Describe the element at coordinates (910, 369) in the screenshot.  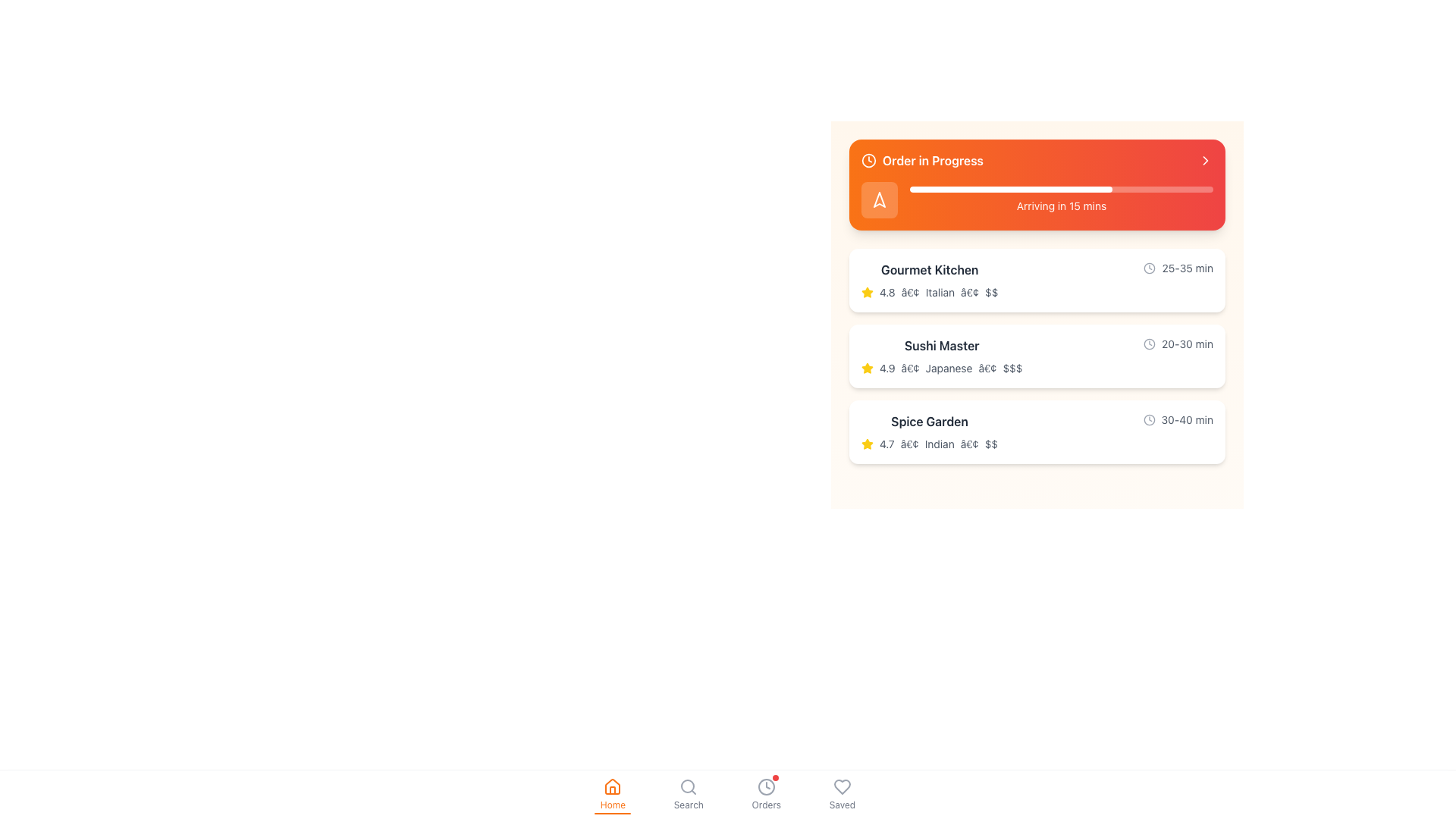
I see `the second bullet point character '•' located between the text '4.9' and 'Japanese'` at that location.